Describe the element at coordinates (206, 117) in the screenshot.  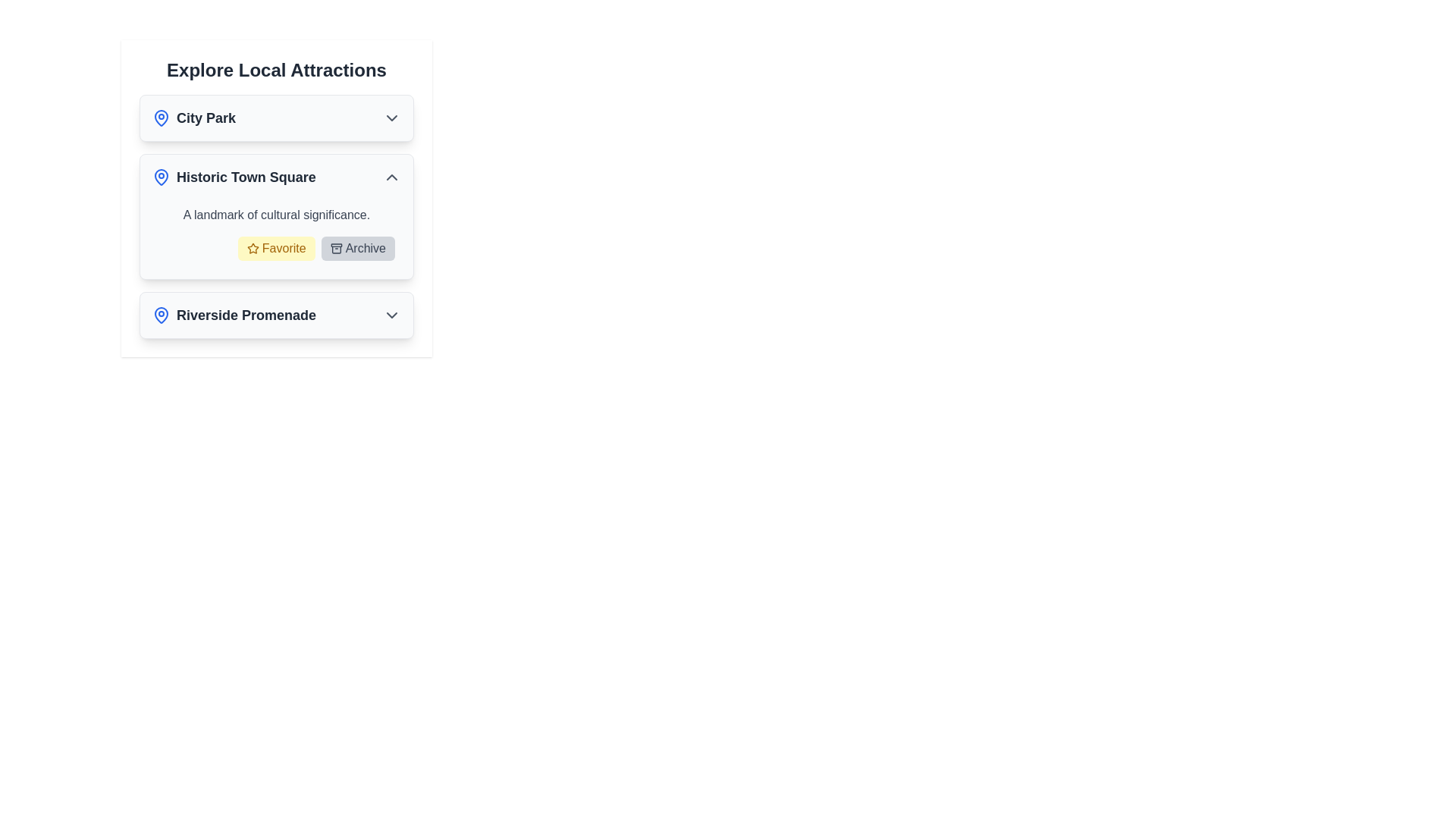
I see `the 'City Park' text label in the list of local attractions, which is the first entry under the header 'Explore Local Attractions', positioned horizontally with a blue location icon on the left and a dropdown indicator on the right` at that location.